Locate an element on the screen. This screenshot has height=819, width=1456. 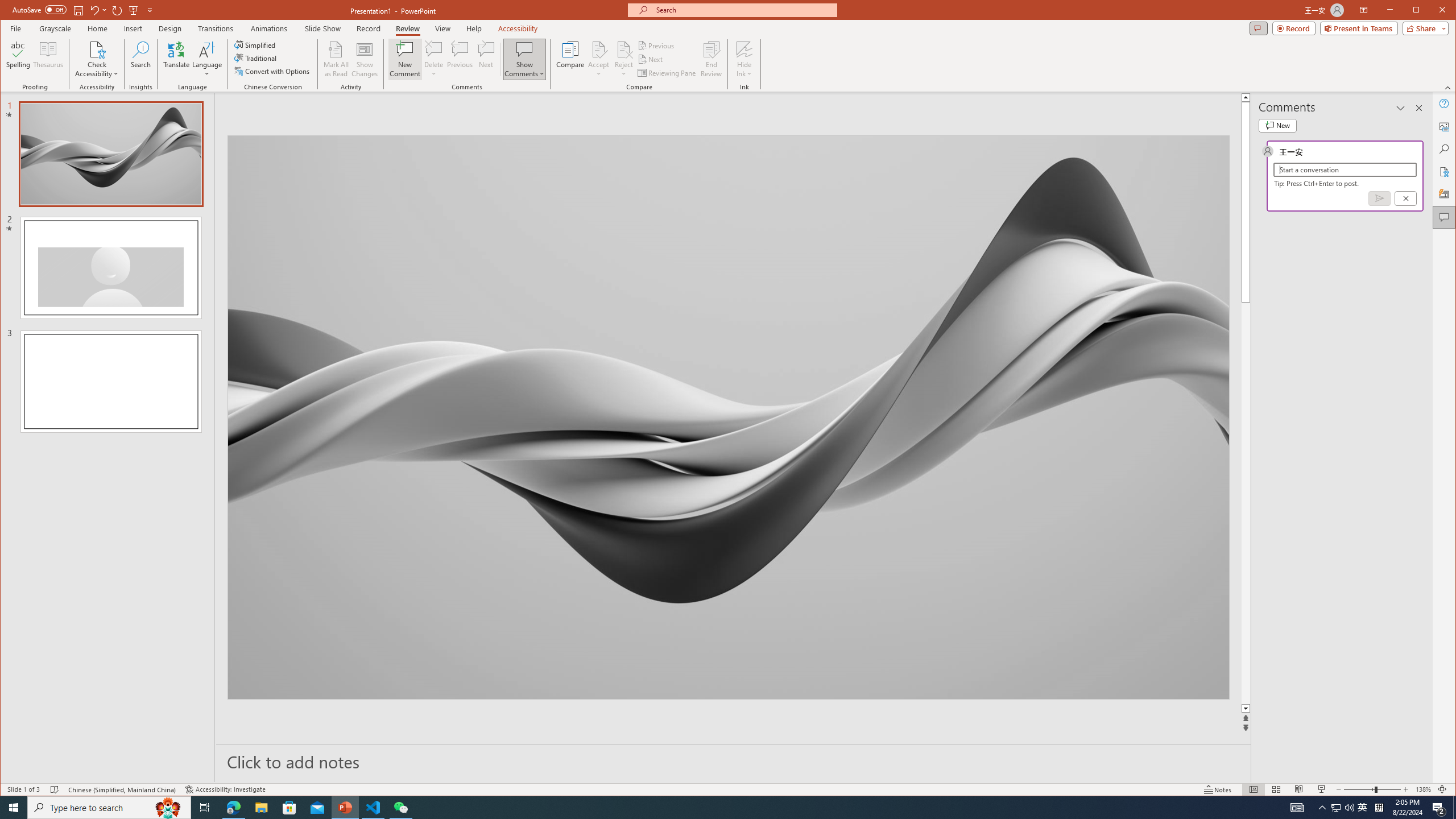
'Start a conversation' is located at coordinates (1345, 169).